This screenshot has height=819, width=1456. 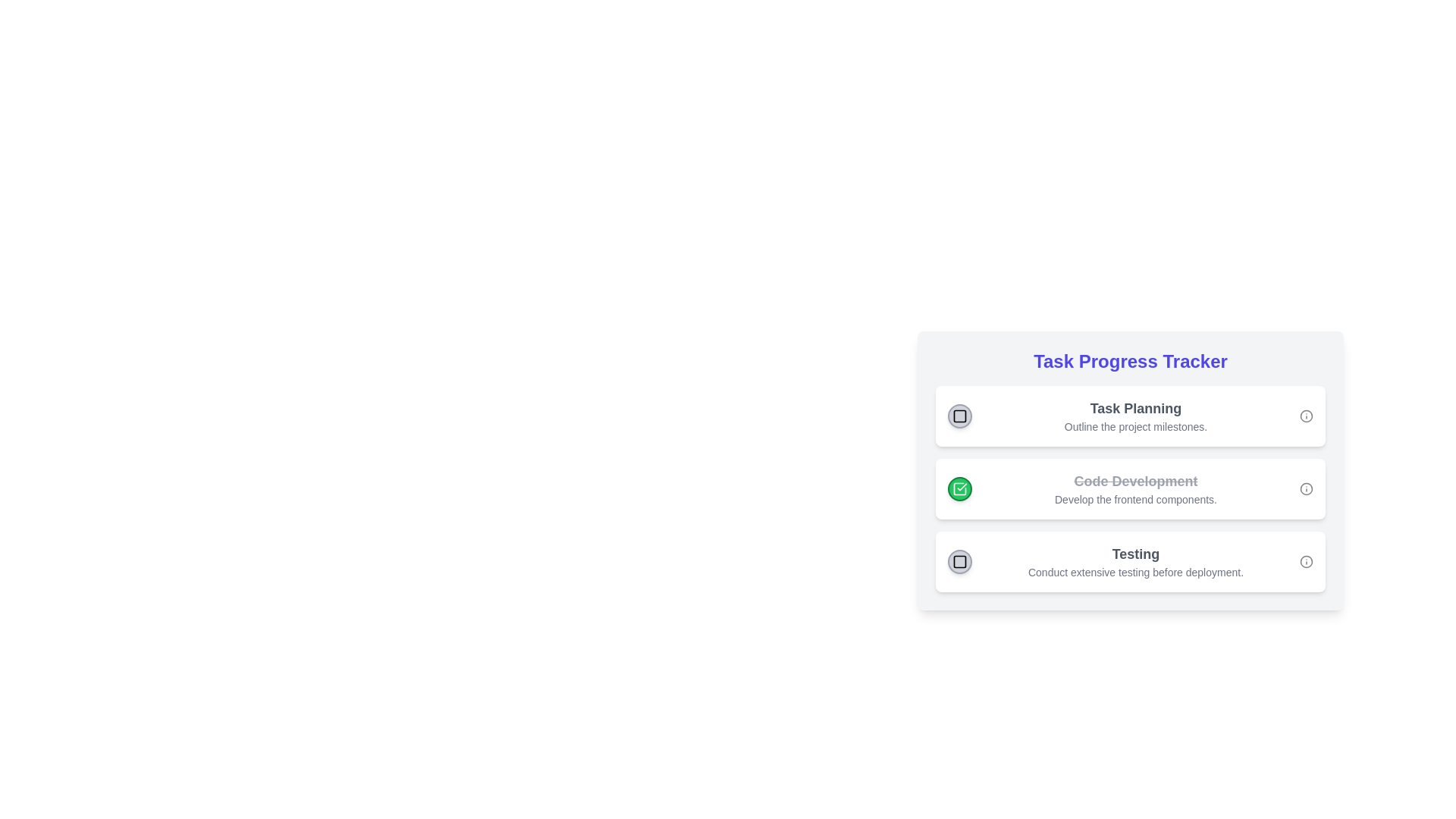 I want to click on the information icon located at the rightmost end of the 'Task Planning' row, so click(x=1306, y=416).